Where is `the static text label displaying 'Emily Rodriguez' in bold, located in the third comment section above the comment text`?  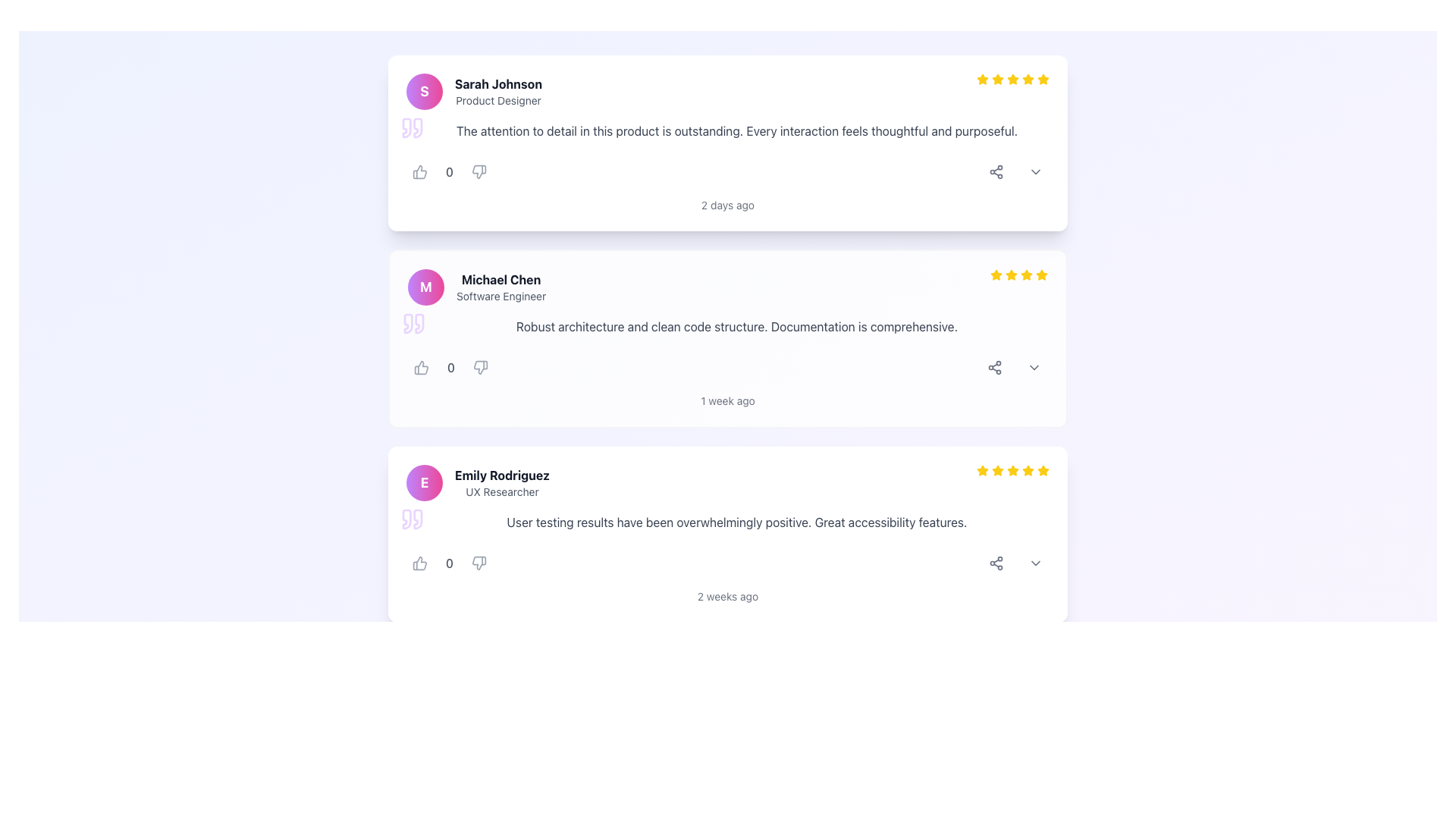 the static text label displaying 'Emily Rodriguez' in bold, located in the third comment section above the comment text is located at coordinates (502, 482).